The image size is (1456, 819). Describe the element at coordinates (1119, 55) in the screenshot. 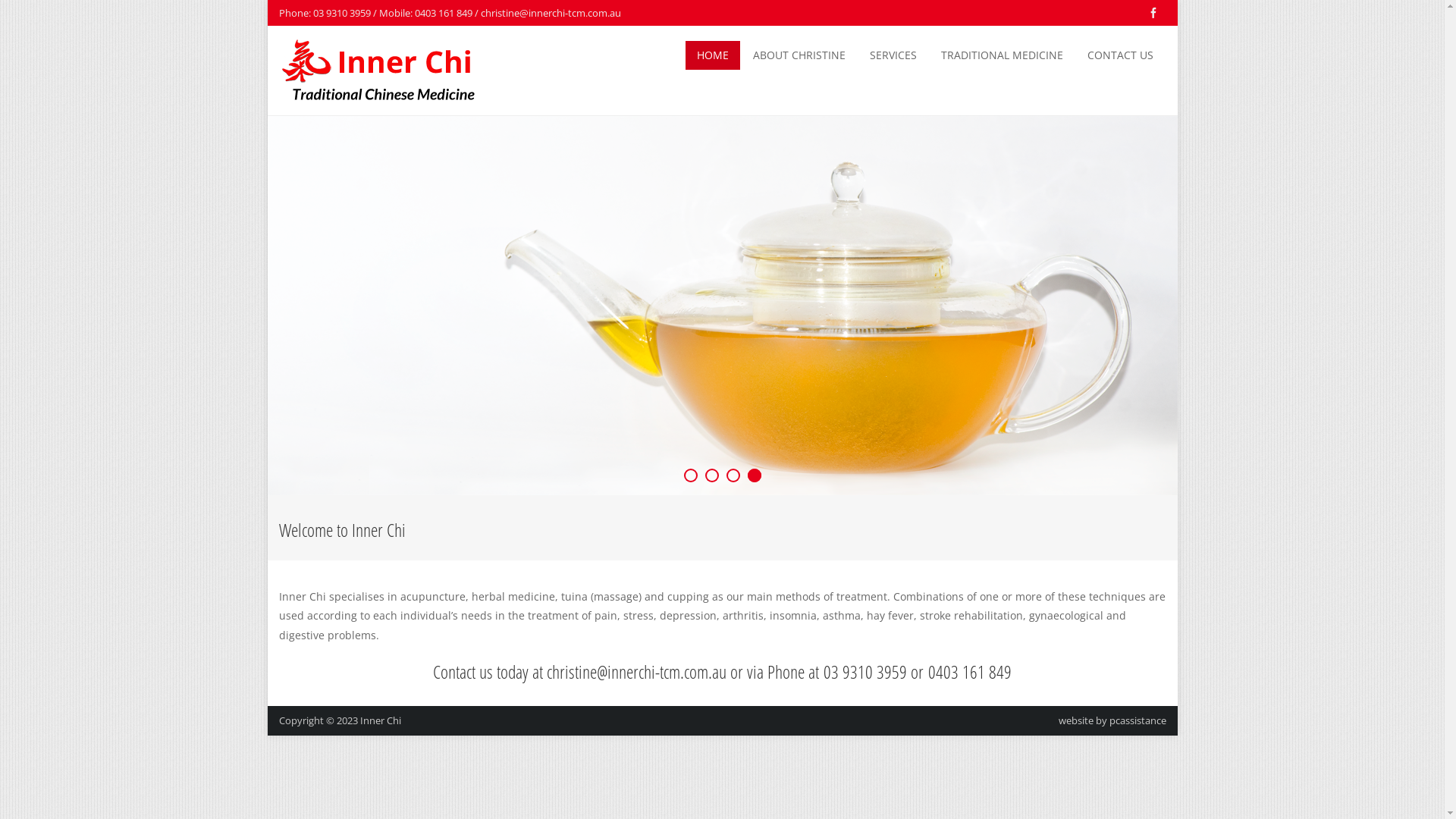

I see `'CONTACT US'` at that location.